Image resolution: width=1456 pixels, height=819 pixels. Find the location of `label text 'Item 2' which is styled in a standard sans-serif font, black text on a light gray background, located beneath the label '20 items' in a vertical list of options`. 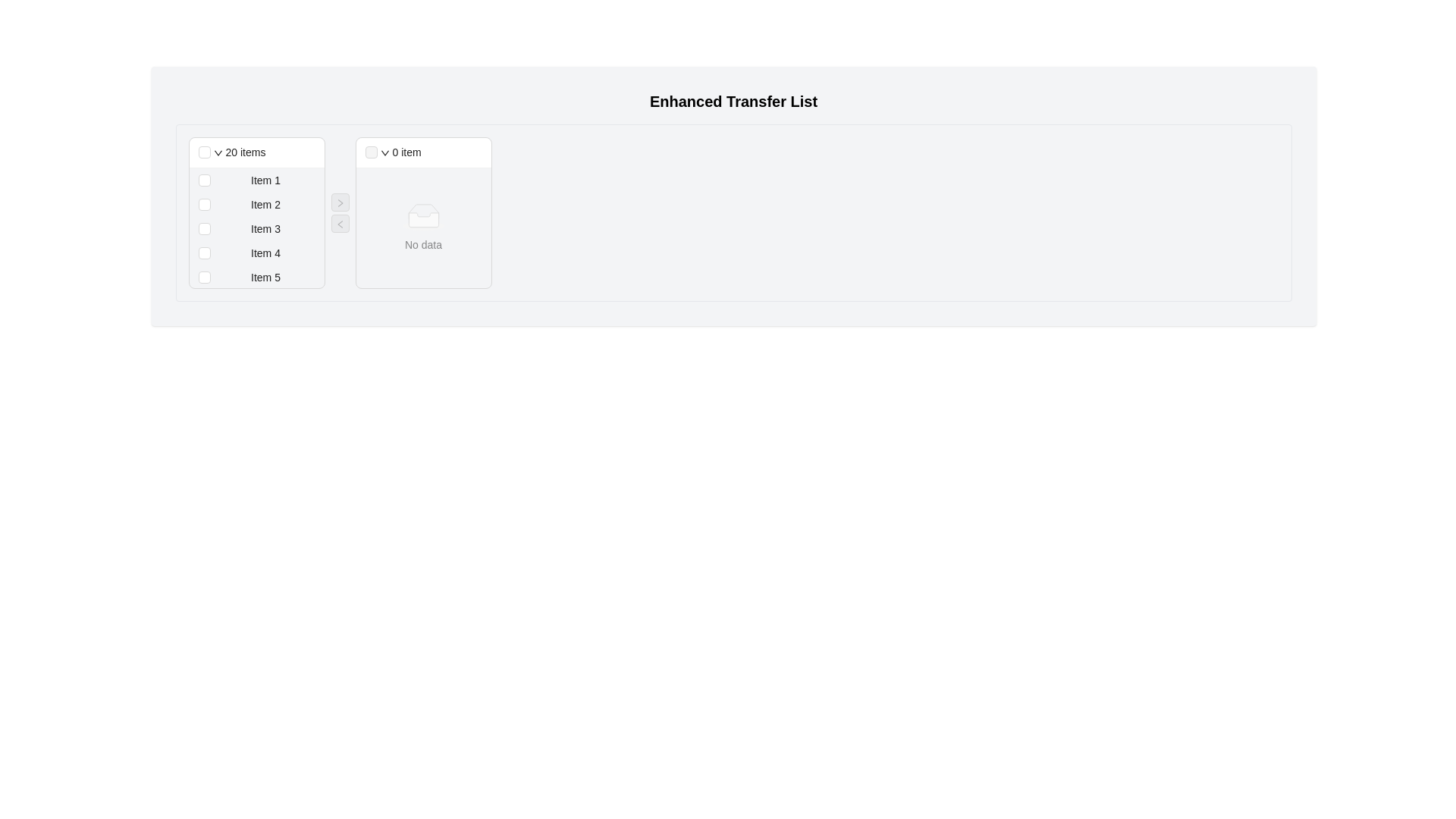

label text 'Item 2' which is styled in a standard sans-serif font, black text on a light gray background, located beneath the label '20 items' in a vertical list of options is located at coordinates (265, 205).